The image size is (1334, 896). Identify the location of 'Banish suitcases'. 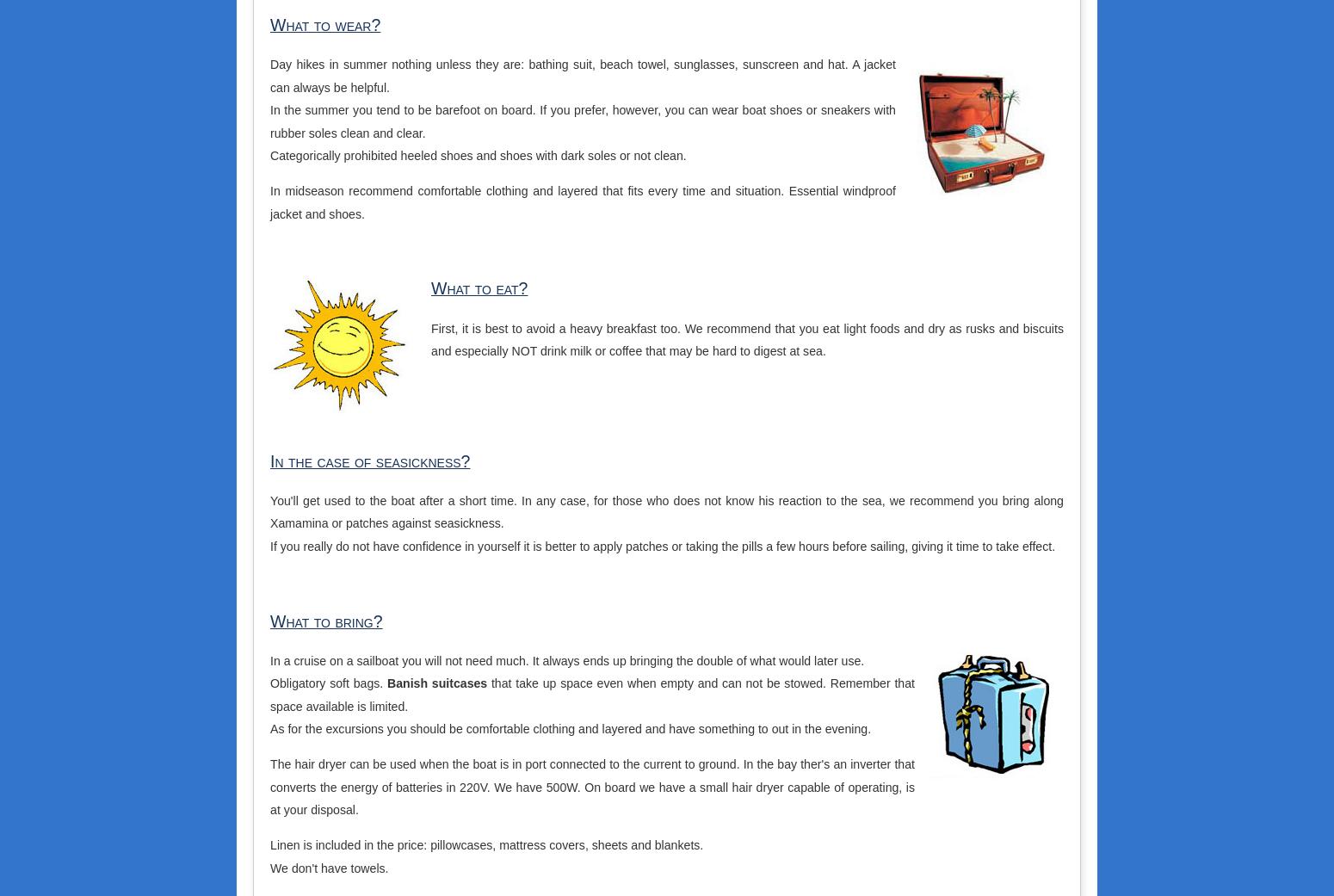
(435, 683).